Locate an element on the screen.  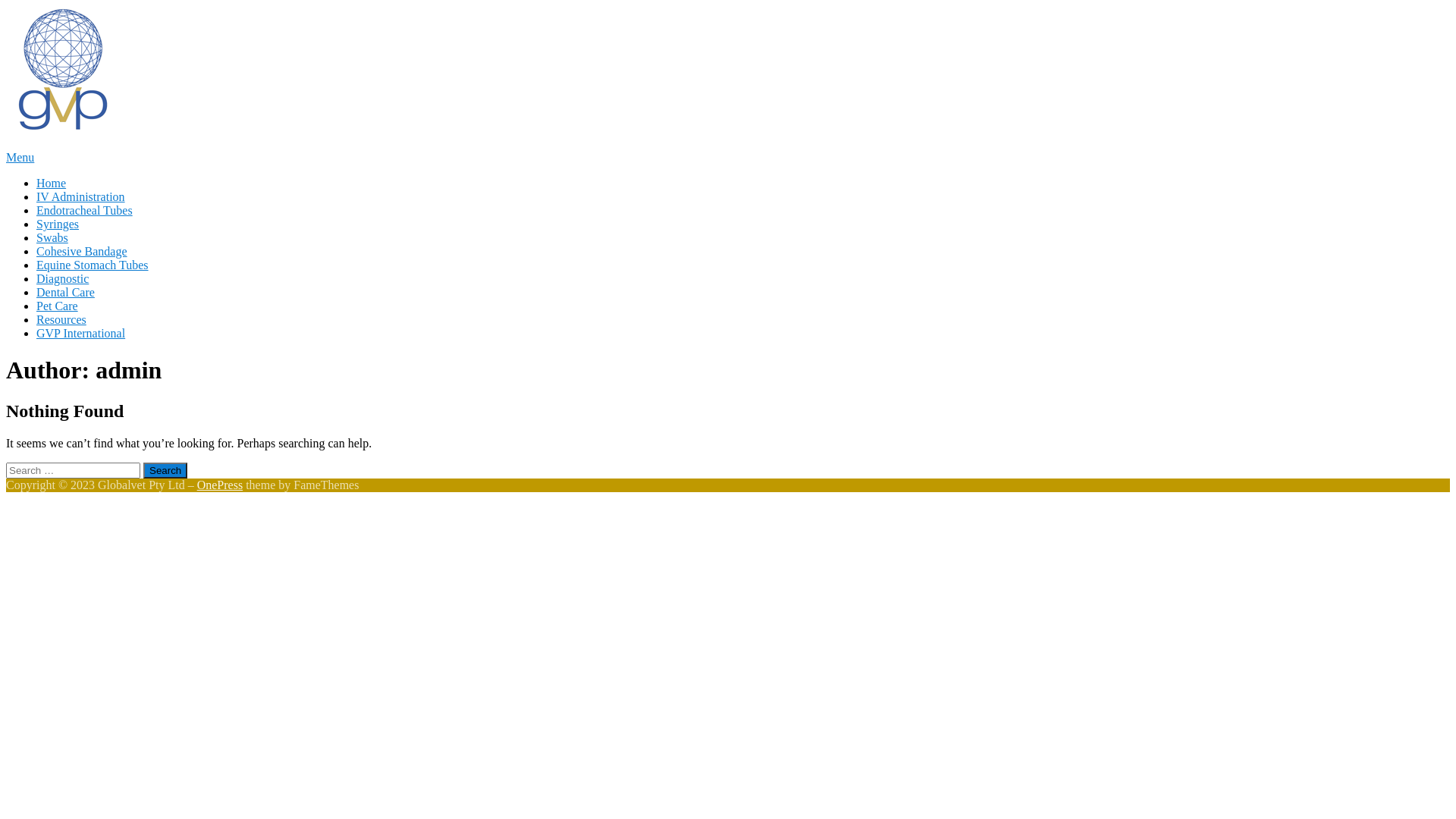
'Equine Stomach Tubes' is located at coordinates (36, 264).